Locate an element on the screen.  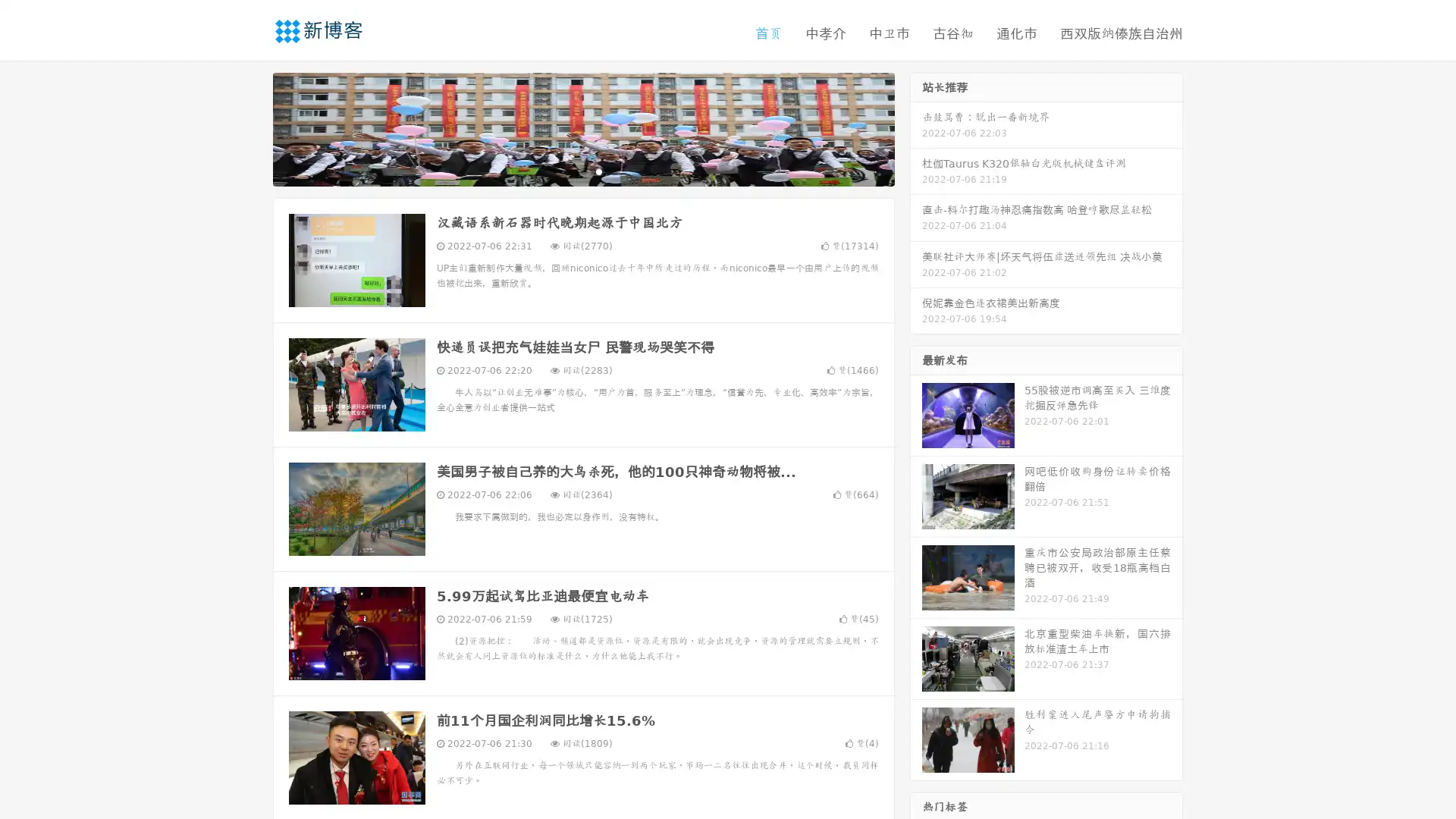
Go to slide 3 is located at coordinates (598, 171).